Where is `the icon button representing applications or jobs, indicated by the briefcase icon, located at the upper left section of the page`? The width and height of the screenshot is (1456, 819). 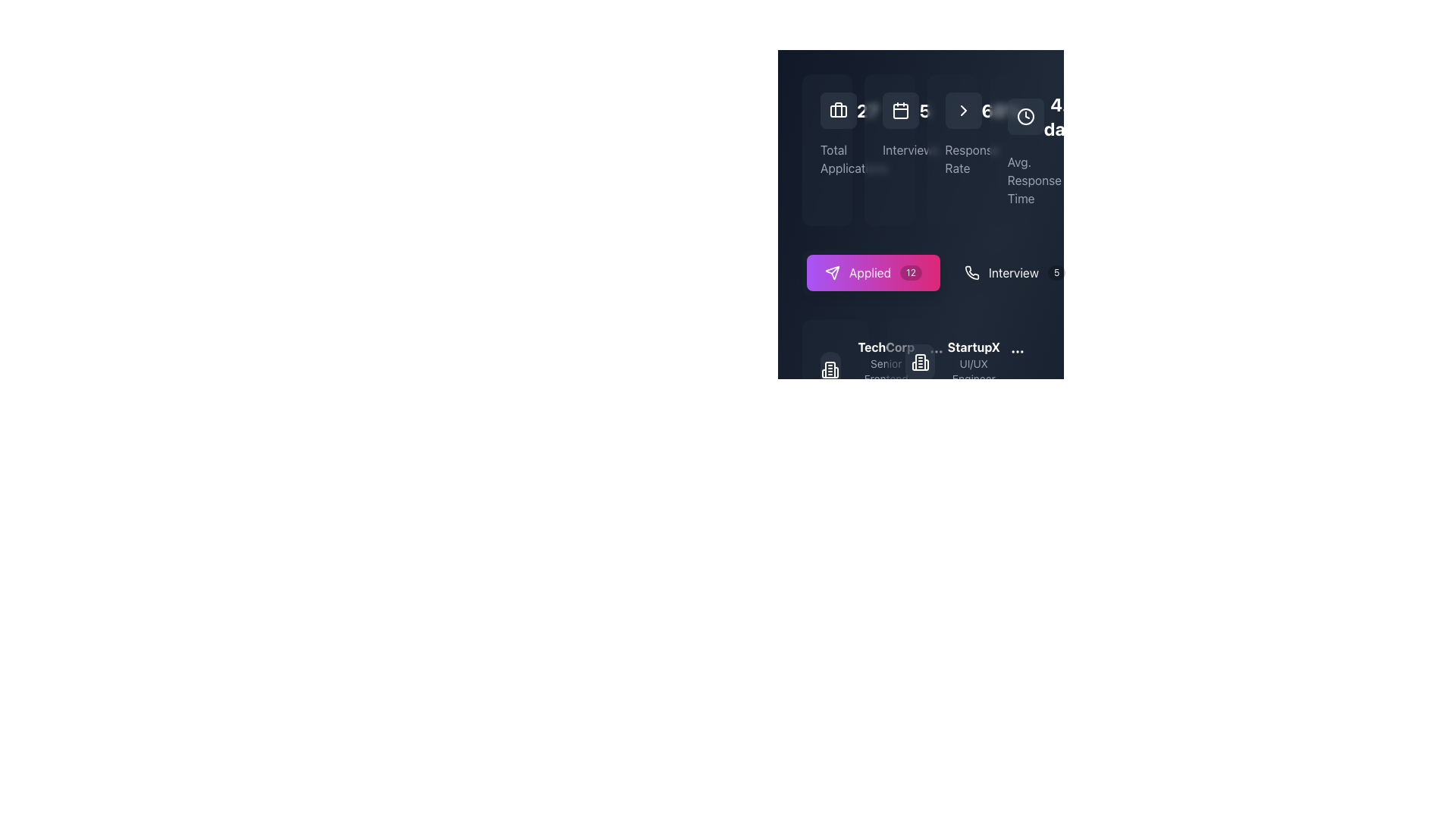
the icon button representing applications or jobs, indicated by the briefcase icon, located at the upper left section of the page is located at coordinates (837, 110).